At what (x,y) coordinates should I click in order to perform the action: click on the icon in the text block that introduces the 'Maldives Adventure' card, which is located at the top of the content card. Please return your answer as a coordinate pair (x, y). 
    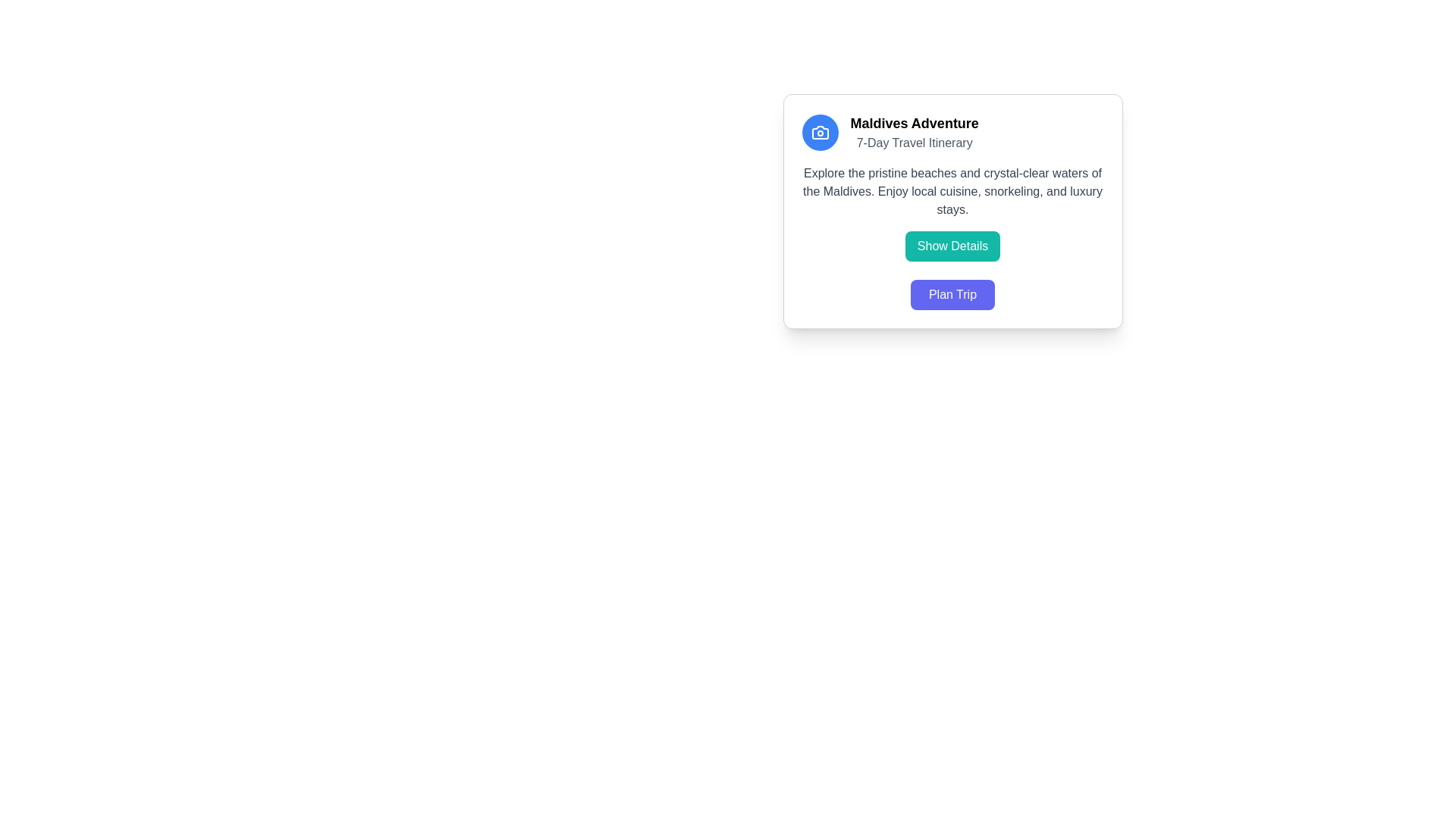
    Looking at the image, I should click on (952, 131).